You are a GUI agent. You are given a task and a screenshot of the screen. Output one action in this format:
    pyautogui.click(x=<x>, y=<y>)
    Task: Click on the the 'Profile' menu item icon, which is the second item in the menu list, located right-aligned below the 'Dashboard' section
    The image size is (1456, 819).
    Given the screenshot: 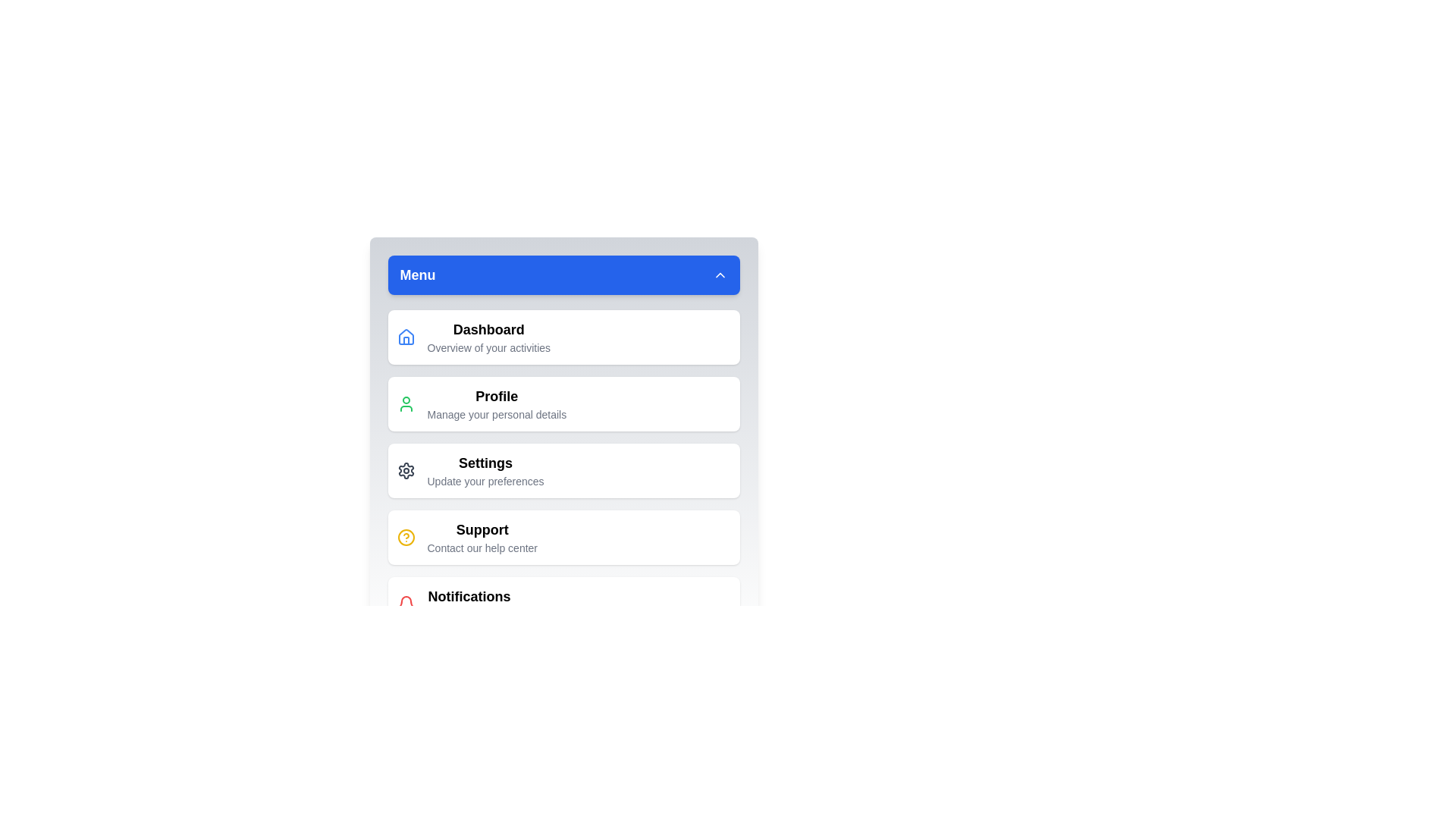 What is the action you would take?
    pyautogui.click(x=406, y=403)
    